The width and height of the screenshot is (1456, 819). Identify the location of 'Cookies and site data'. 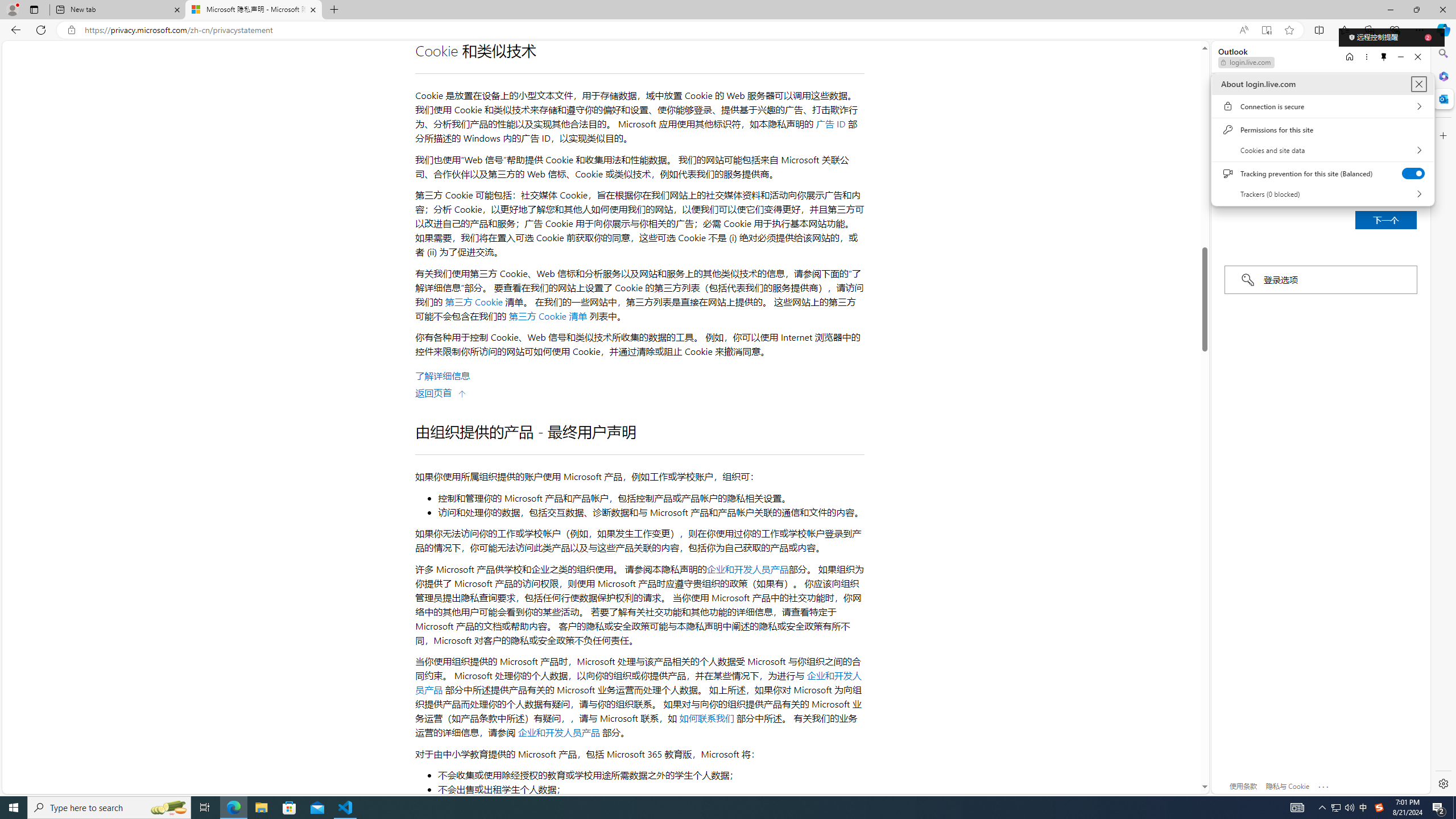
(1322, 150).